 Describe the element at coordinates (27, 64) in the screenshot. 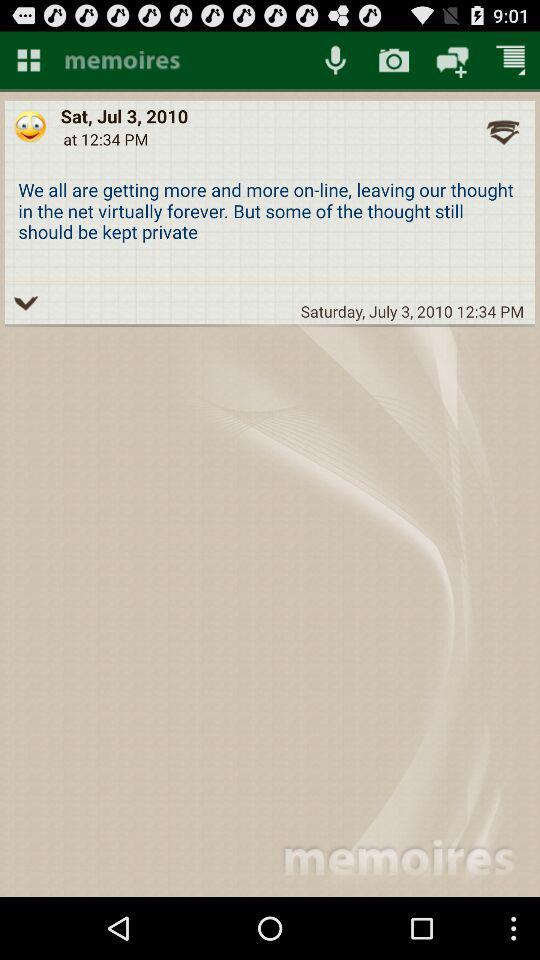

I see `the dashboard icon` at that location.